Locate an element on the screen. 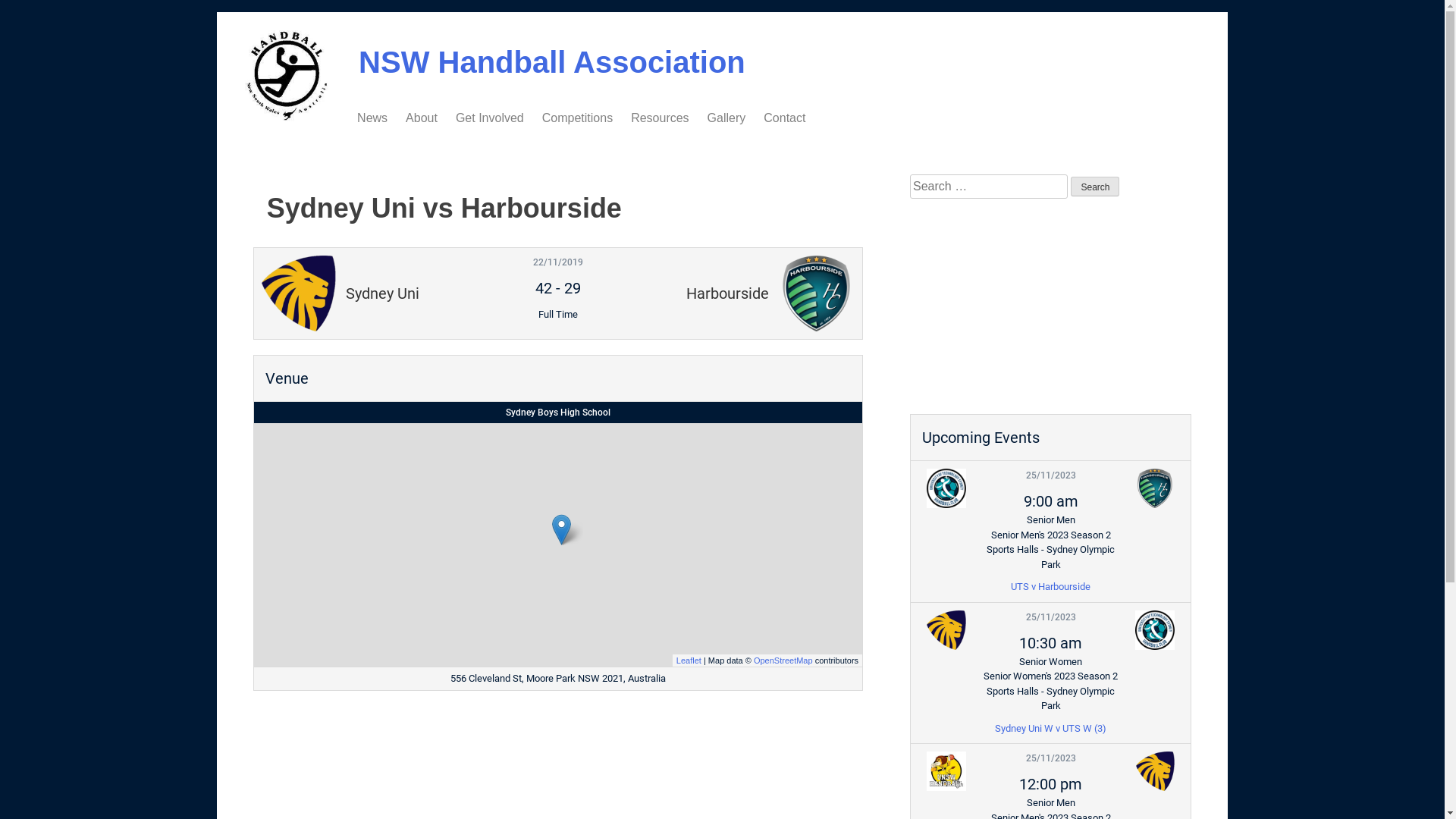 Image resolution: width=1456 pixels, height=819 pixels. 'Sydney Boys High School' is located at coordinates (557, 412).